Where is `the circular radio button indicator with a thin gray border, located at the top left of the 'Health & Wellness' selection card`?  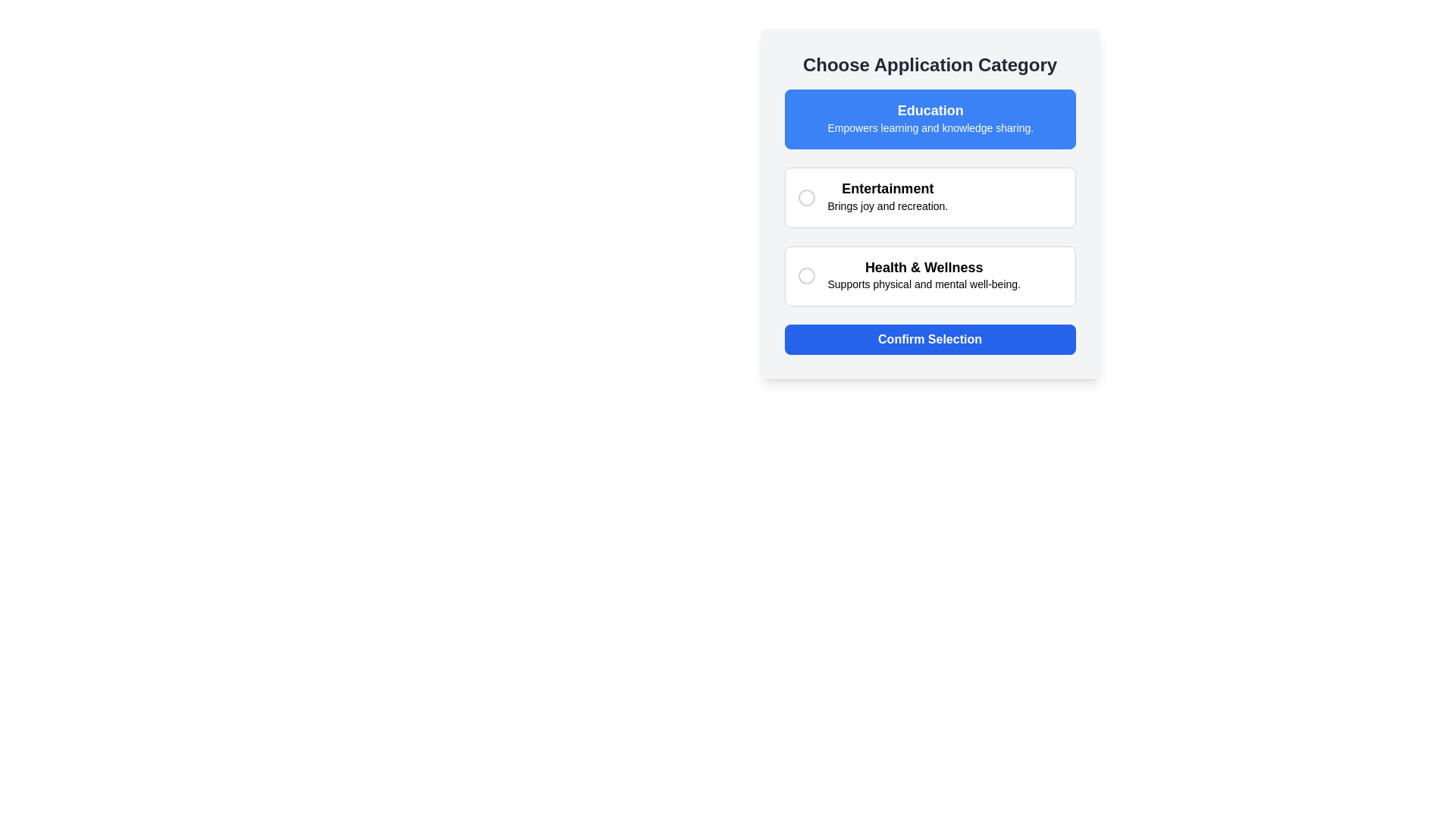
the circular radio button indicator with a thin gray border, located at the top left of the 'Health & Wellness' selection card is located at coordinates (805, 276).